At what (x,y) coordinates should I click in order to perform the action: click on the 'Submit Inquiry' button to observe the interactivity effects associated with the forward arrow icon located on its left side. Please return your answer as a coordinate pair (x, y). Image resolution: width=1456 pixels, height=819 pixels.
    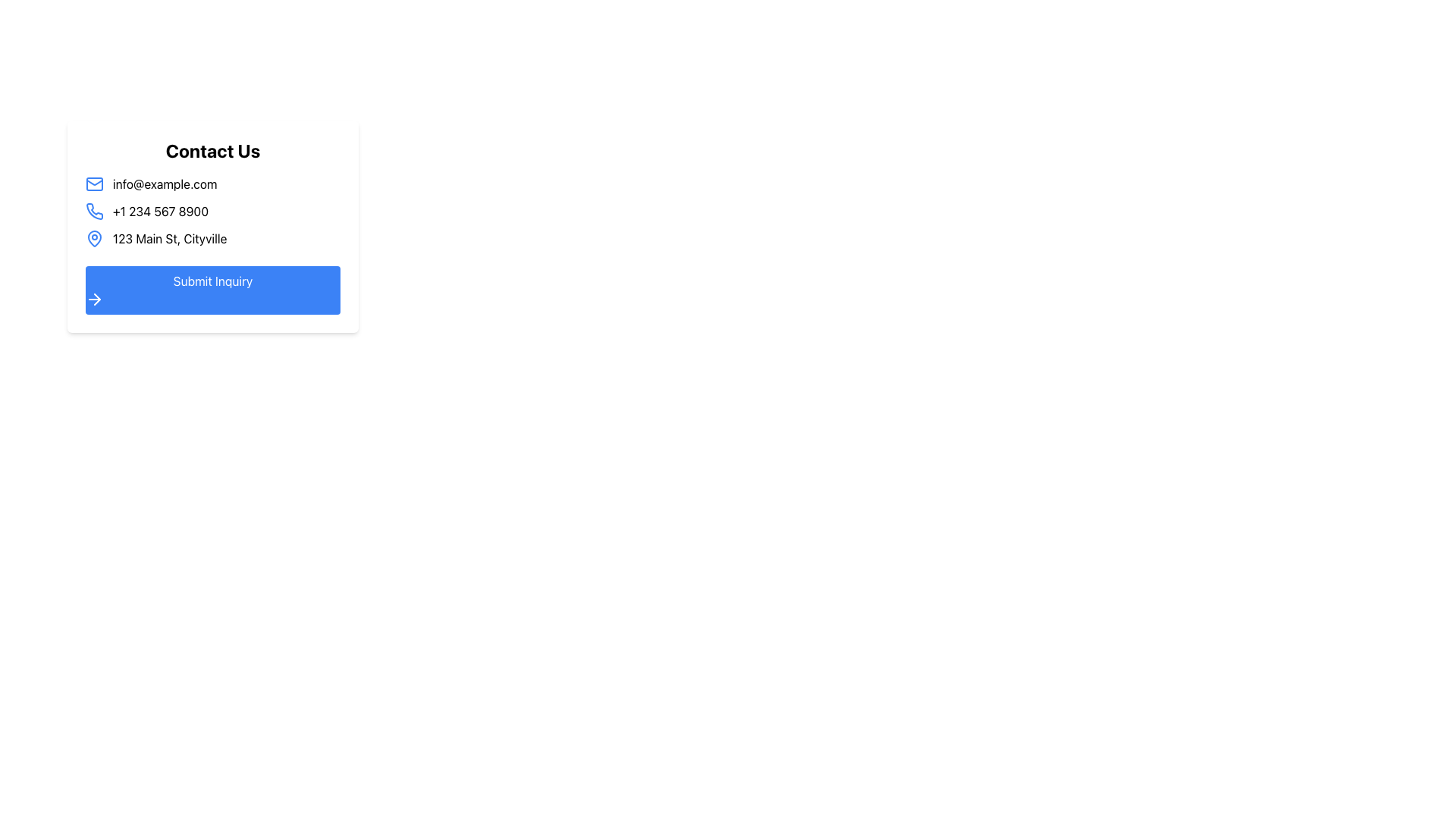
    Looking at the image, I should click on (93, 299).